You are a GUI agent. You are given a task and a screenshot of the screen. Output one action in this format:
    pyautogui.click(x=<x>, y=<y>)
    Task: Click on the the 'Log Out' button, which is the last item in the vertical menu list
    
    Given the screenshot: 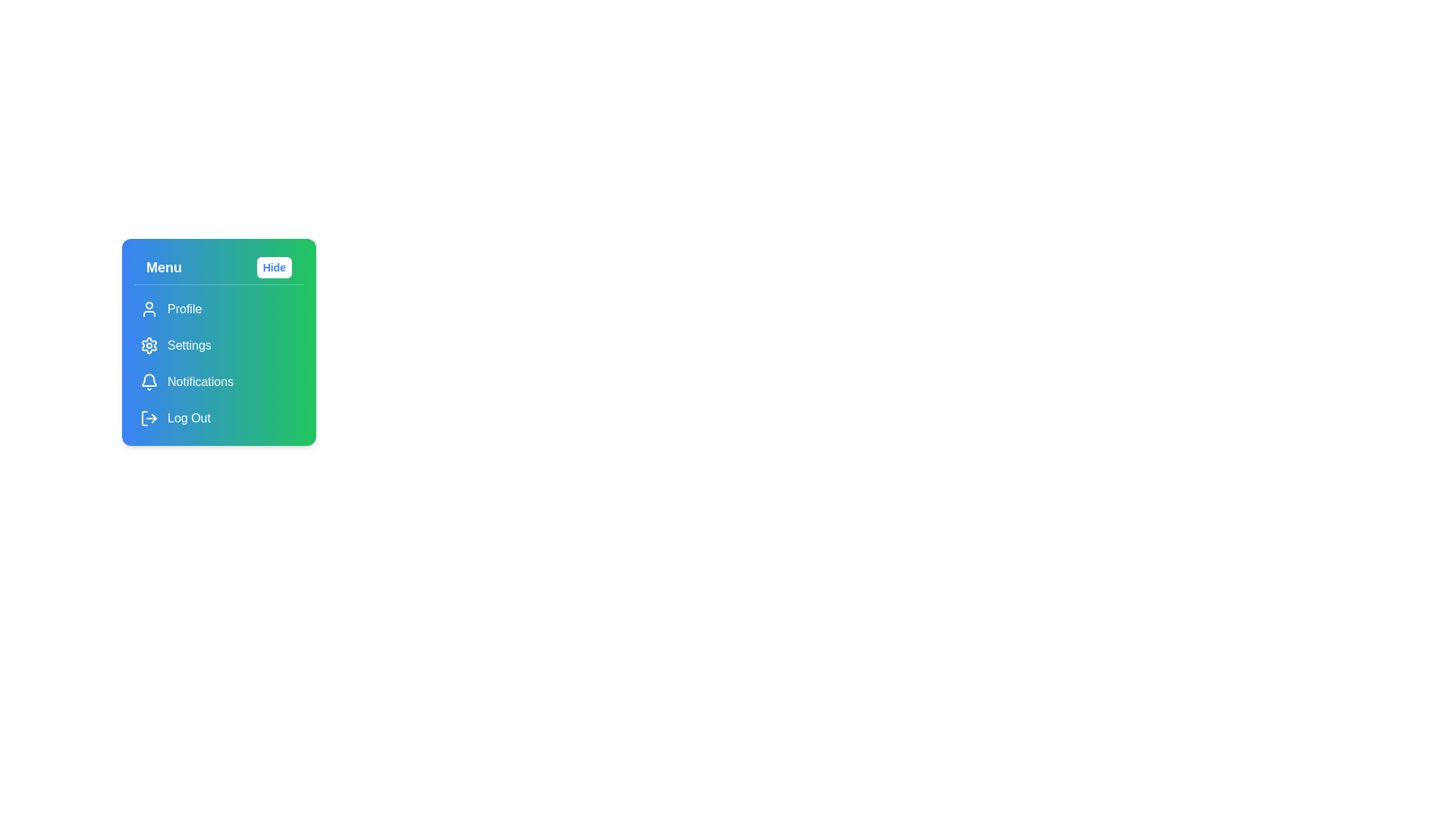 What is the action you would take?
    pyautogui.click(x=218, y=418)
    